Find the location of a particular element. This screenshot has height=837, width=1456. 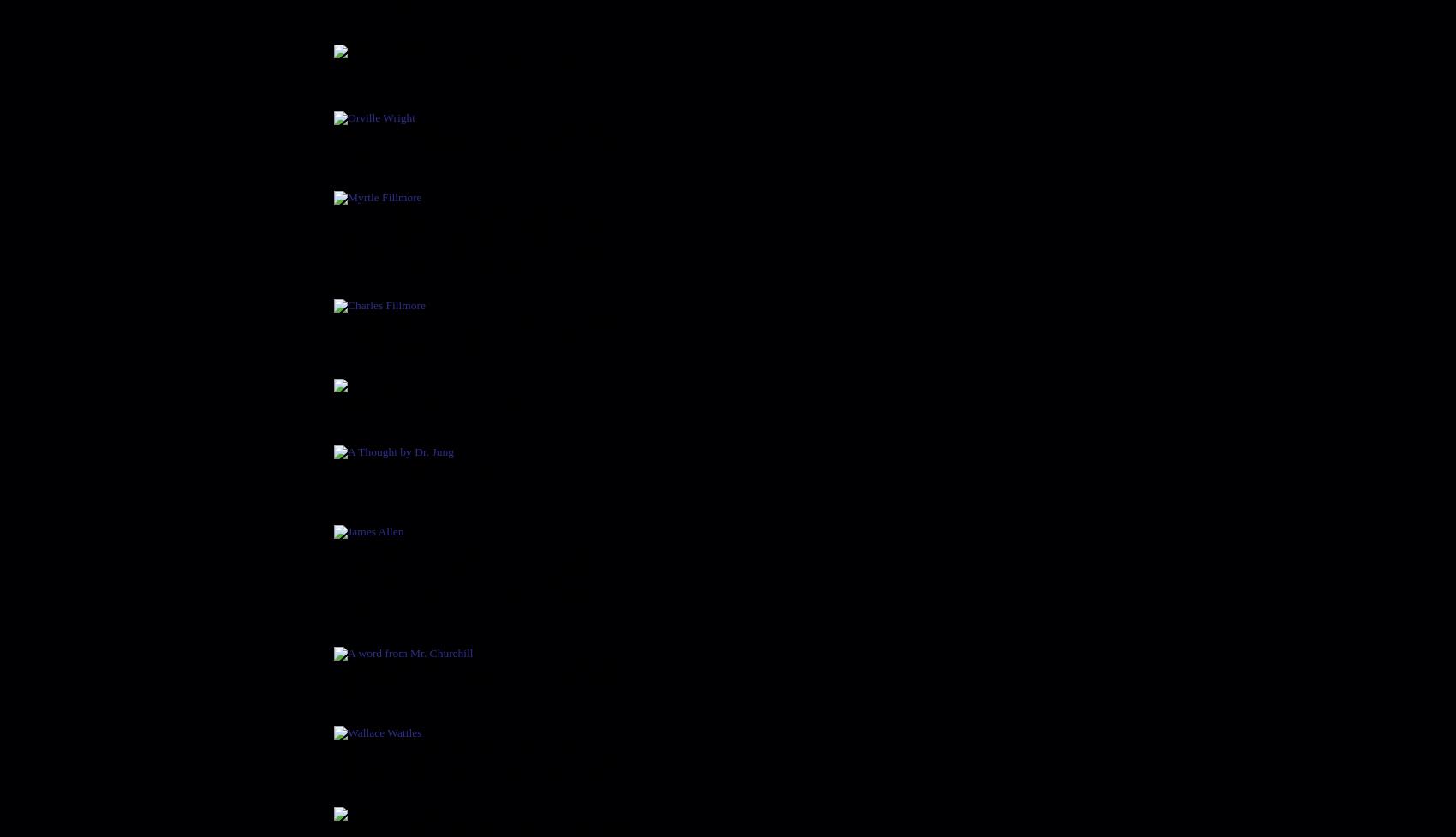

'Myrtle Fillmore' is located at coordinates (391, 176).